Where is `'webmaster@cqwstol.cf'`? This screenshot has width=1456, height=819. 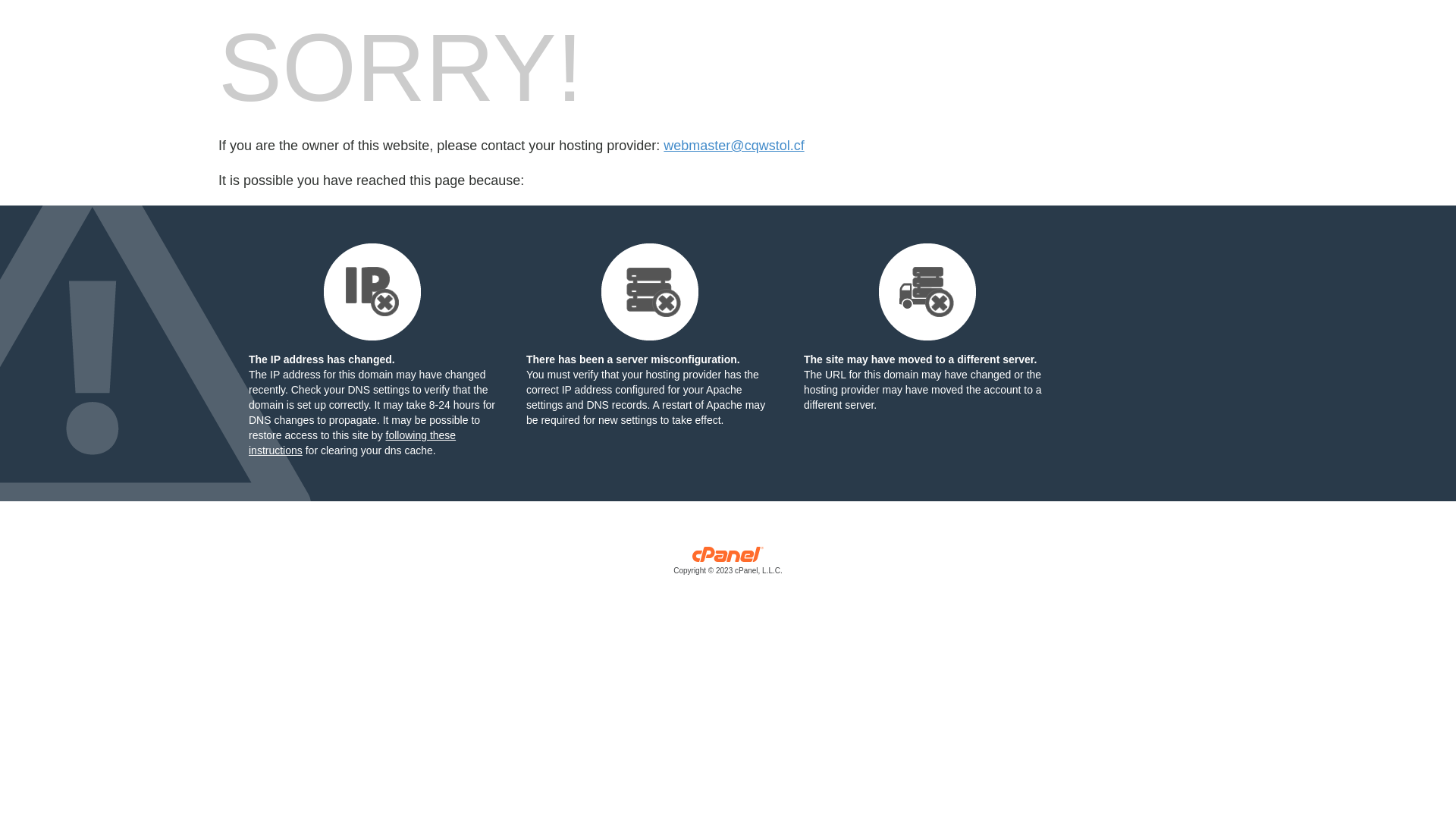
'webmaster@cqwstol.cf' is located at coordinates (733, 146).